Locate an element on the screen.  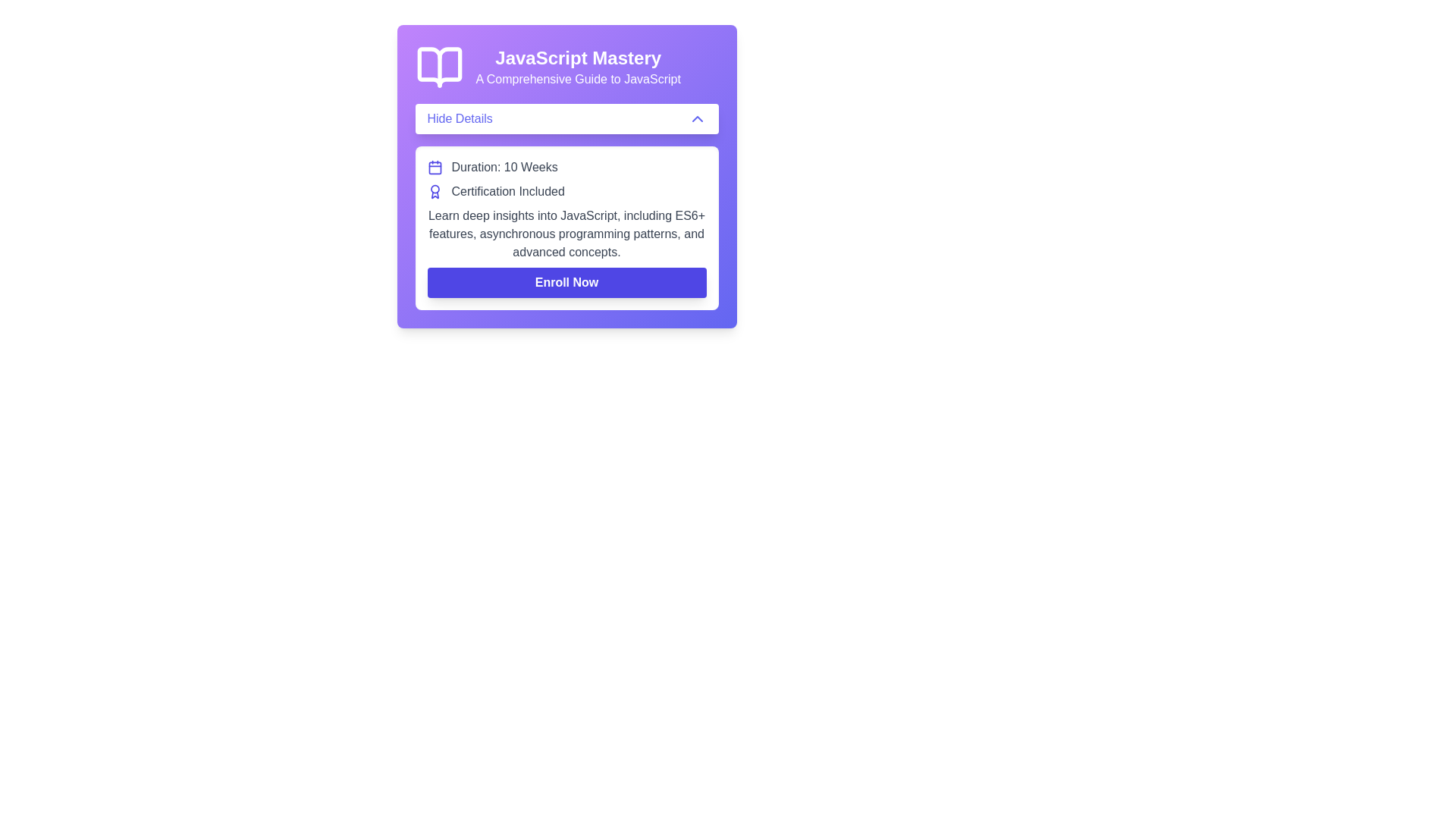
the calendar icon that is positioned on the left side of the text 'Duration: 10 Weeks', serving as an indicator of the duration is located at coordinates (434, 167).